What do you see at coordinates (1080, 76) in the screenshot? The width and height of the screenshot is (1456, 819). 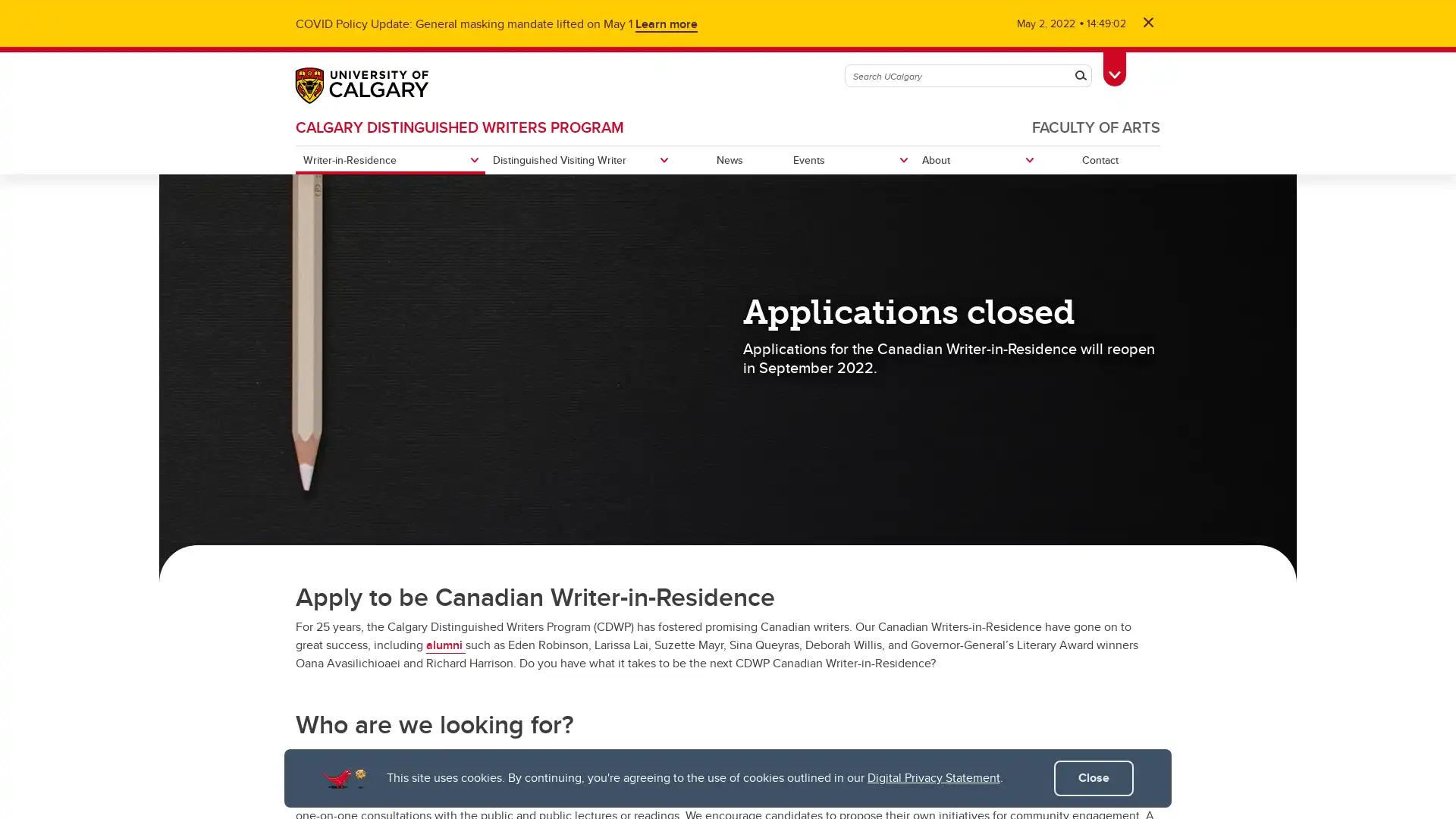 I see `Search` at bounding box center [1080, 76].